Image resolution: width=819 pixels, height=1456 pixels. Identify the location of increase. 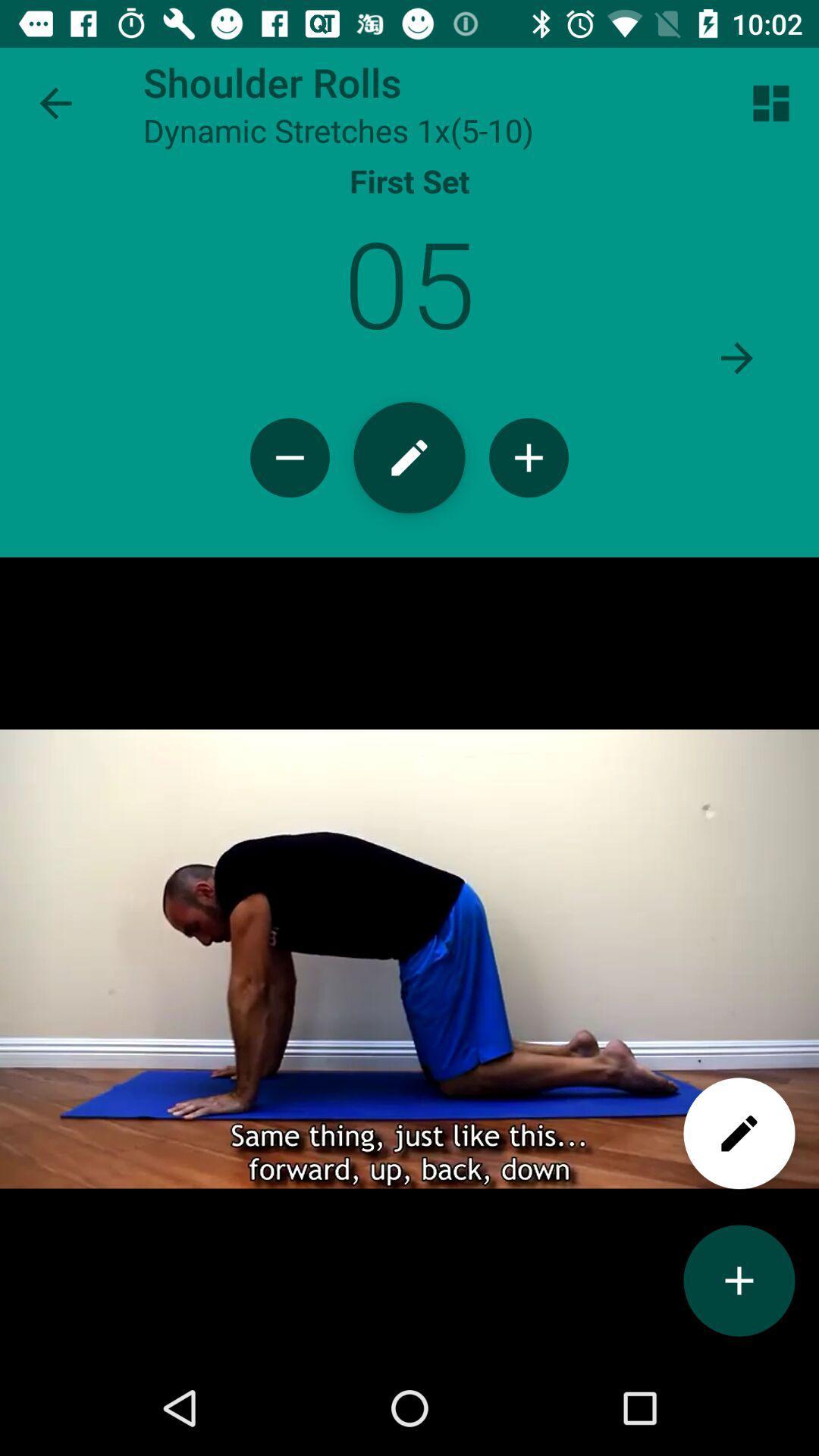
(739, 1280).